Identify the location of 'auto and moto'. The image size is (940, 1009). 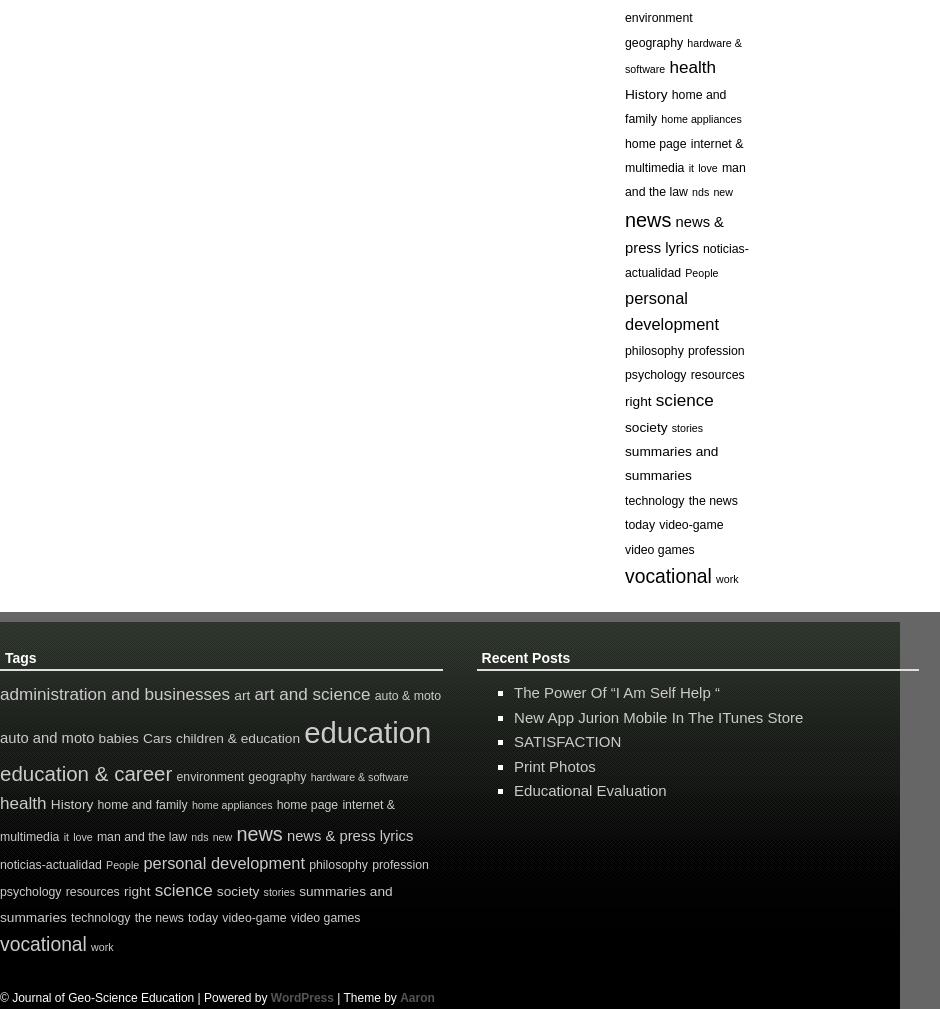
(46, 737).